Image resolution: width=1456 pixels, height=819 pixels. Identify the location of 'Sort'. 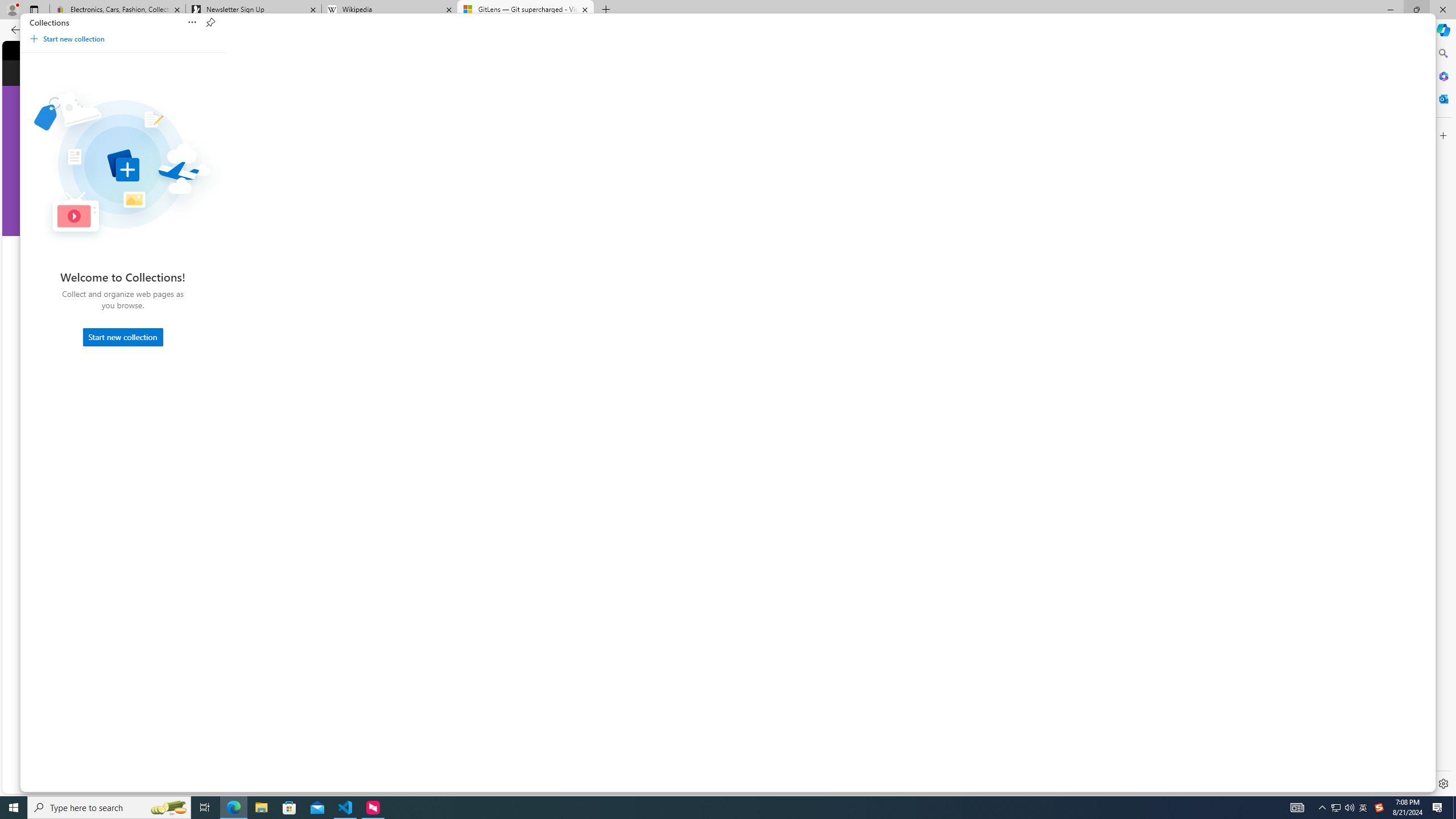
(192, 22).